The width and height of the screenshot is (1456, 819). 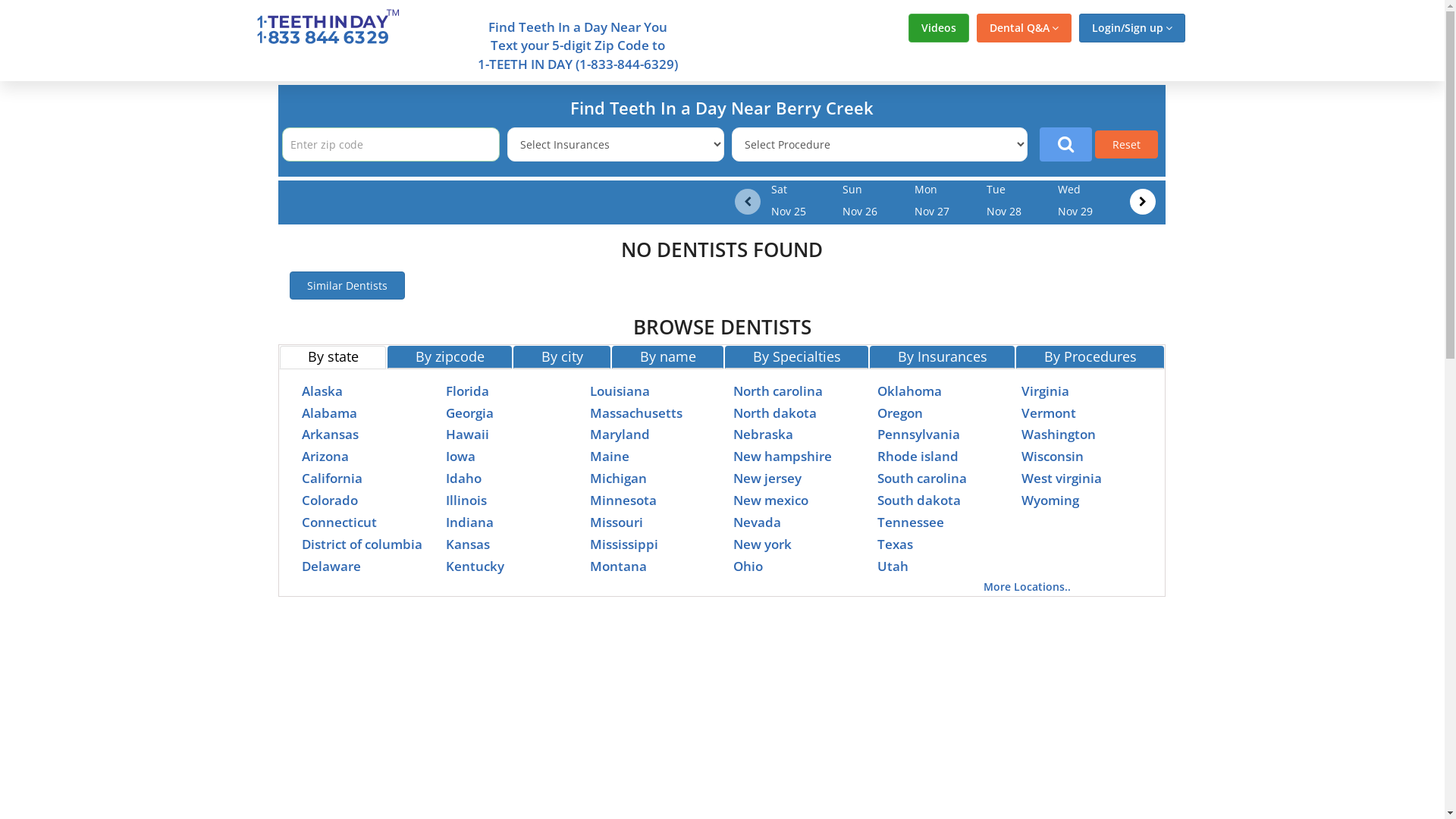 What do you see at coordinates (1061, 478) in the screenshot?
I see `'West virginia'` at bounding box center [1061, 478].